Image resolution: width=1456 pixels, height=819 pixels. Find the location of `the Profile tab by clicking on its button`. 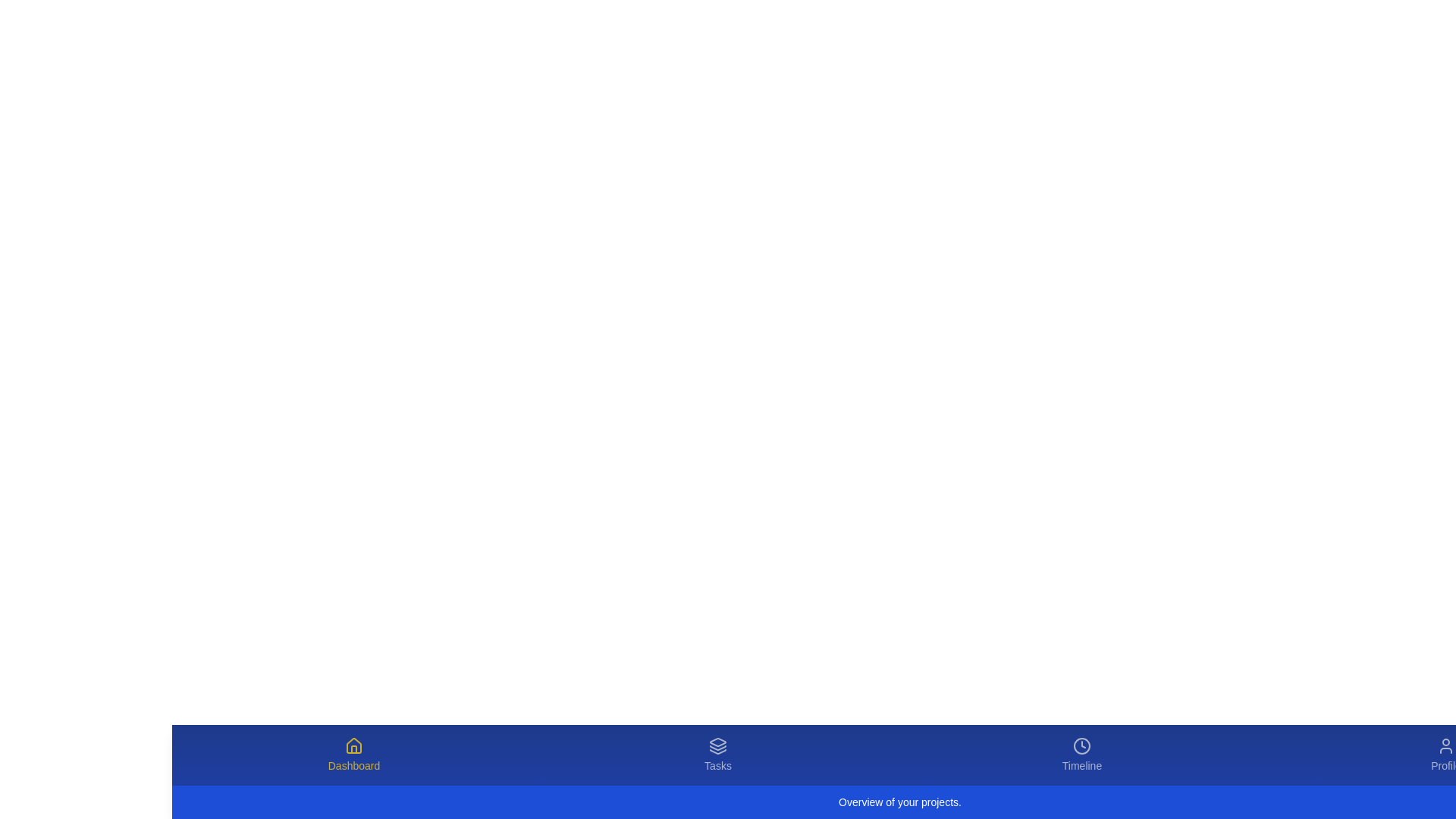

the Profile tab by clicking on its button is located at coordinates (1445, 755).